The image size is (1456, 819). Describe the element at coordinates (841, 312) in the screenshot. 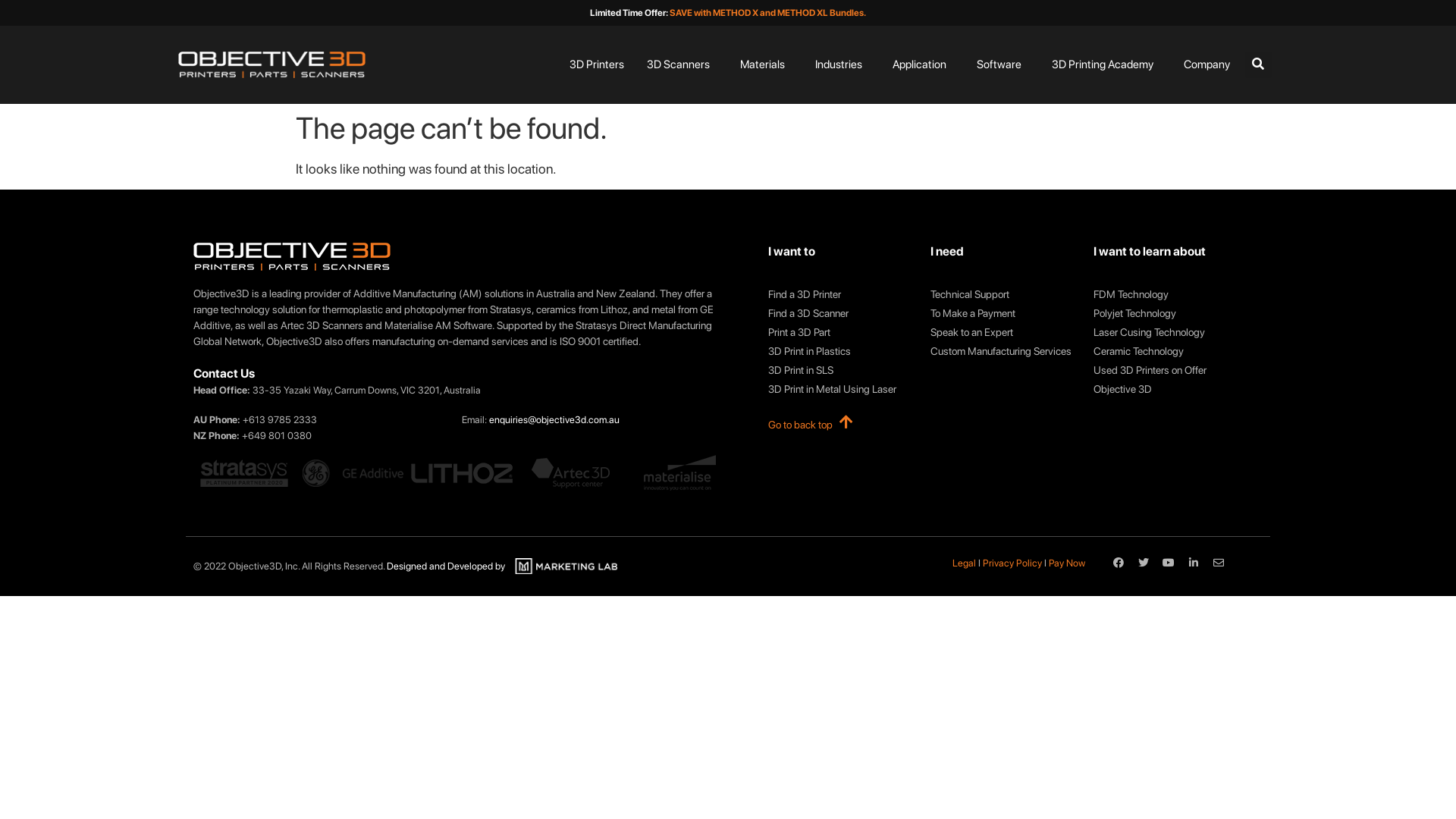

I see `'Find a 3D Scanner'` at that location.